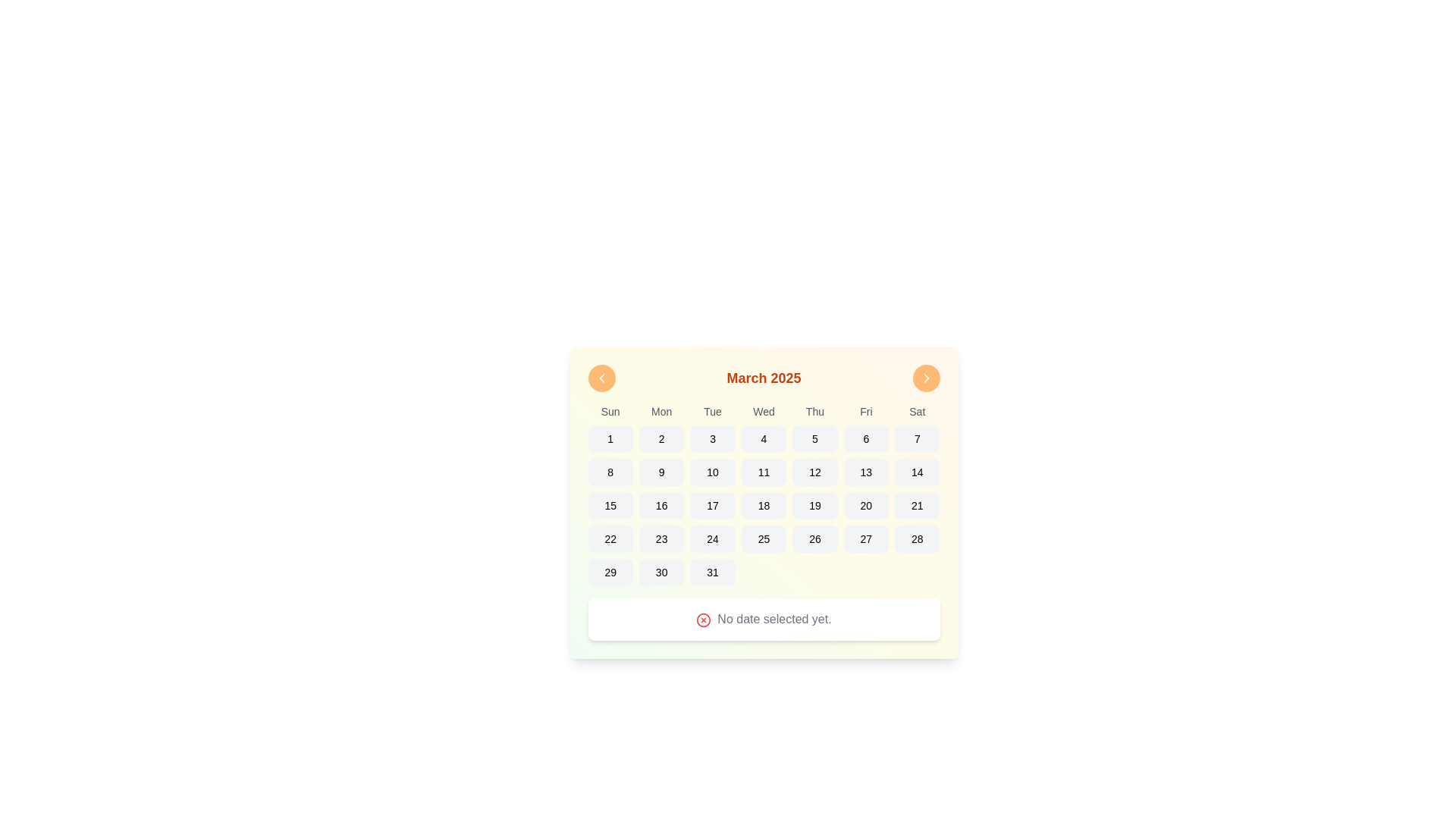 The image size is (1456, 819). What do you see at coordinates (866, 538) in the screenshot?
I see `the calendar day box displaying the number '27'` at bounding box center [866, 538].